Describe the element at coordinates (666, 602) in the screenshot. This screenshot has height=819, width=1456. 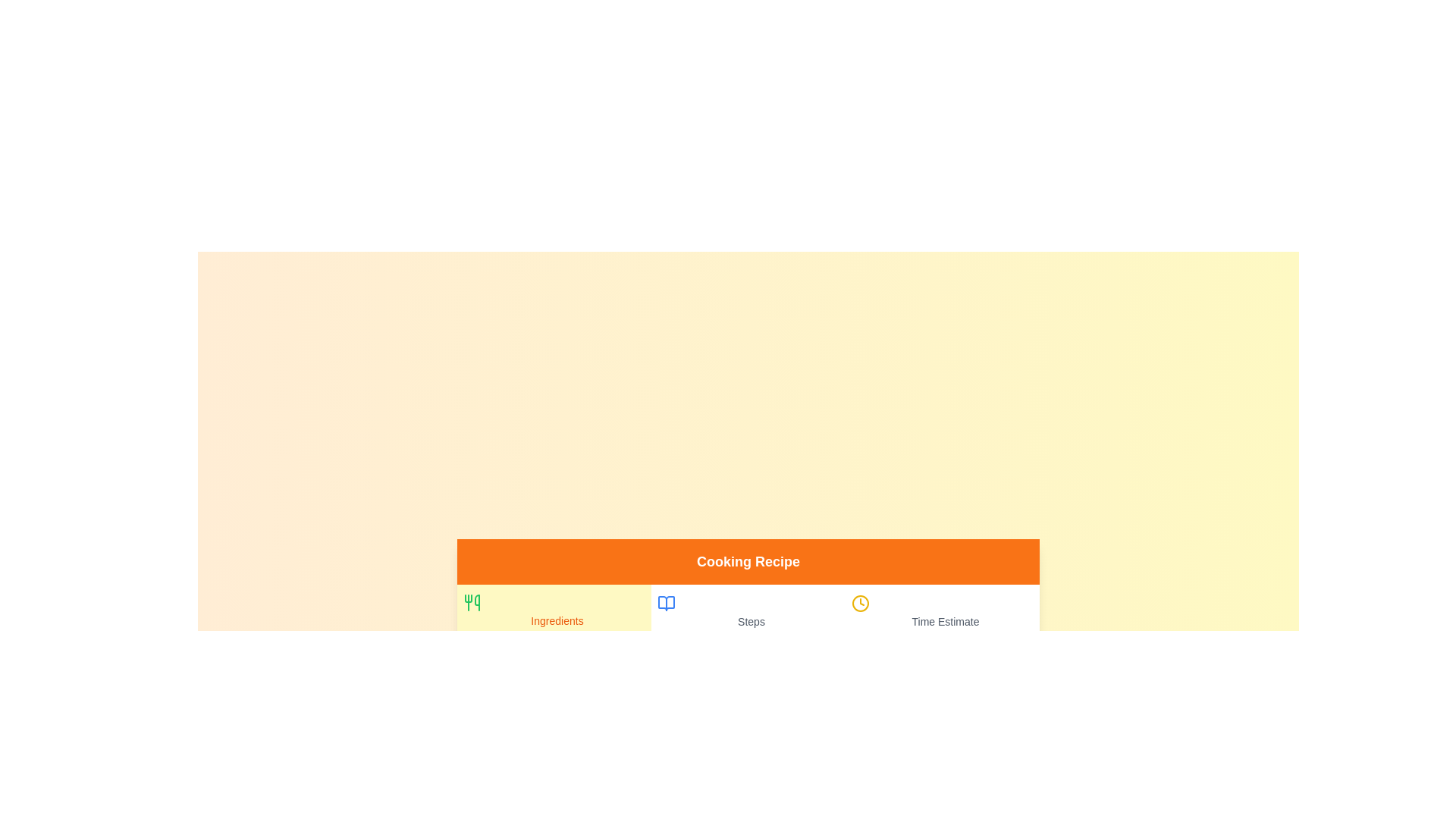
I see `the icon of the Steps tab to activate it` at that location.